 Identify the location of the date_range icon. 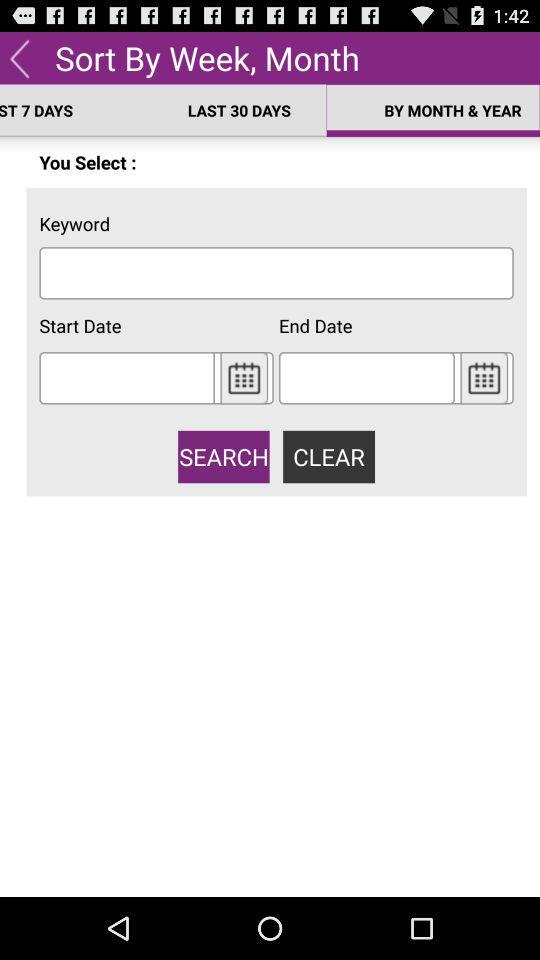
(244, 403).